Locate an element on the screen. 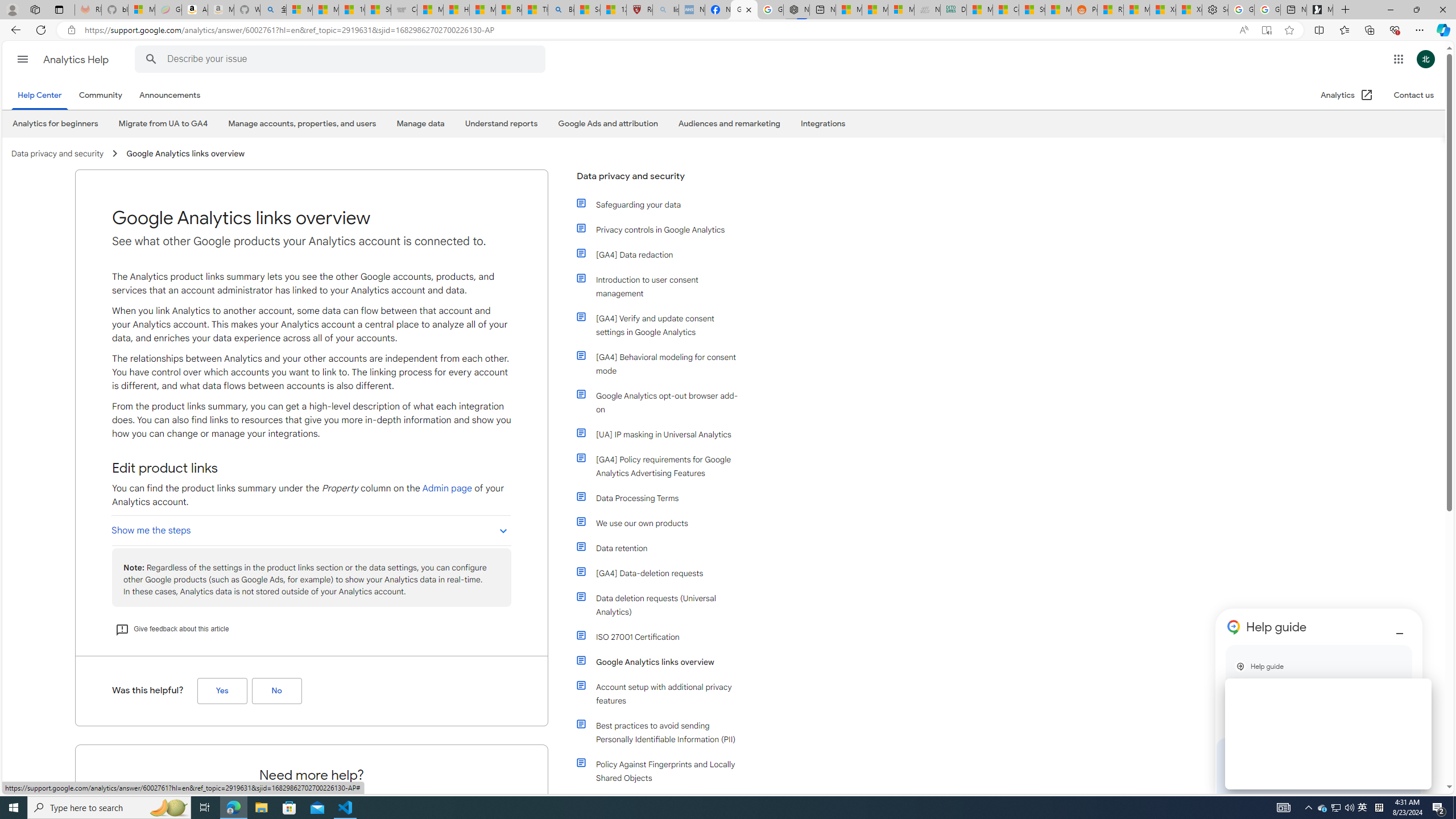 This screenshot has height=819, width=1456. 'Migrate from UA to GA4' is located at coordinates (162, 124).